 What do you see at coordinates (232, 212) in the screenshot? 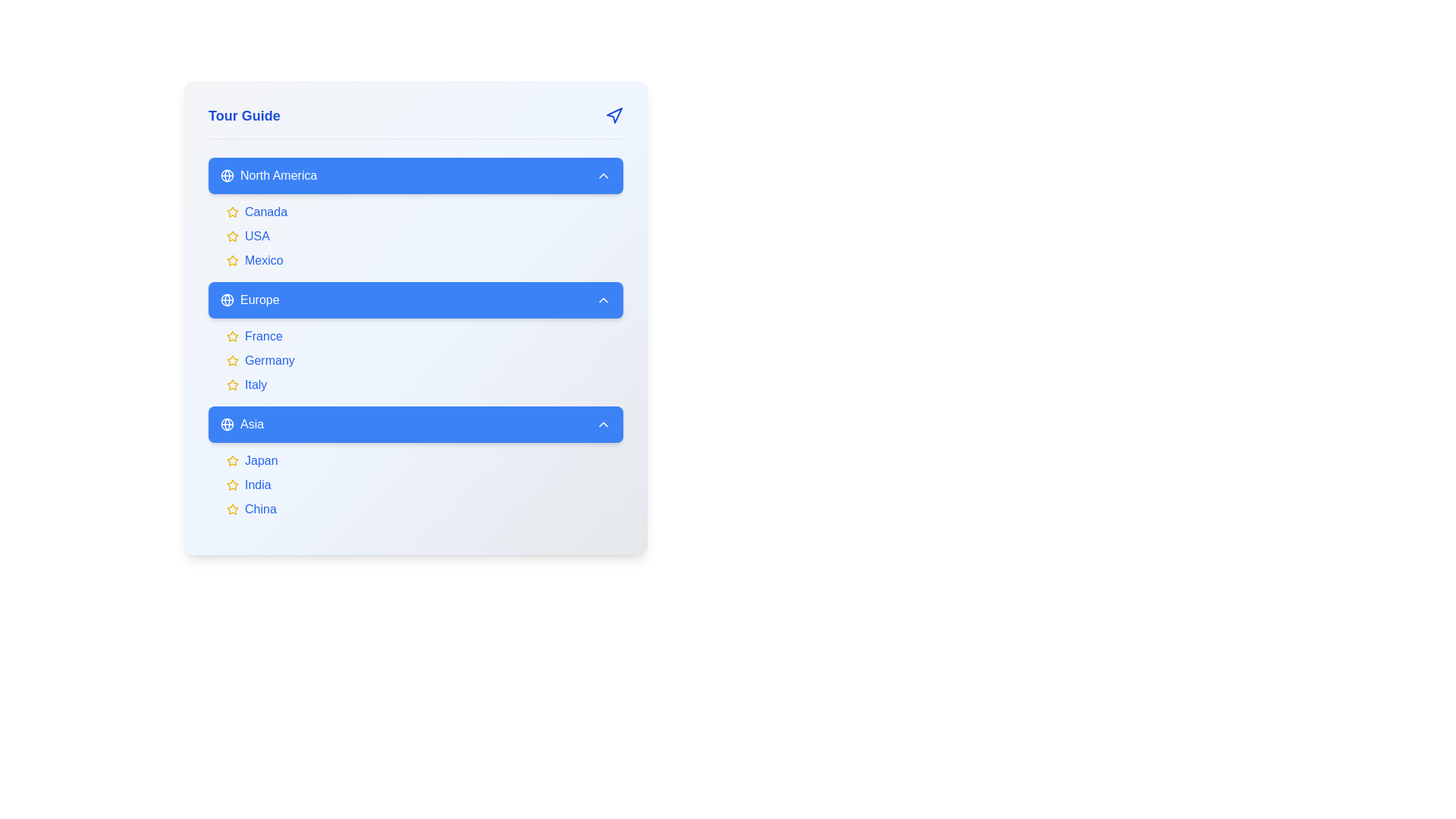
I see `the yellow star icon next to the 'Canada' label` at bounding box center [232, 212].